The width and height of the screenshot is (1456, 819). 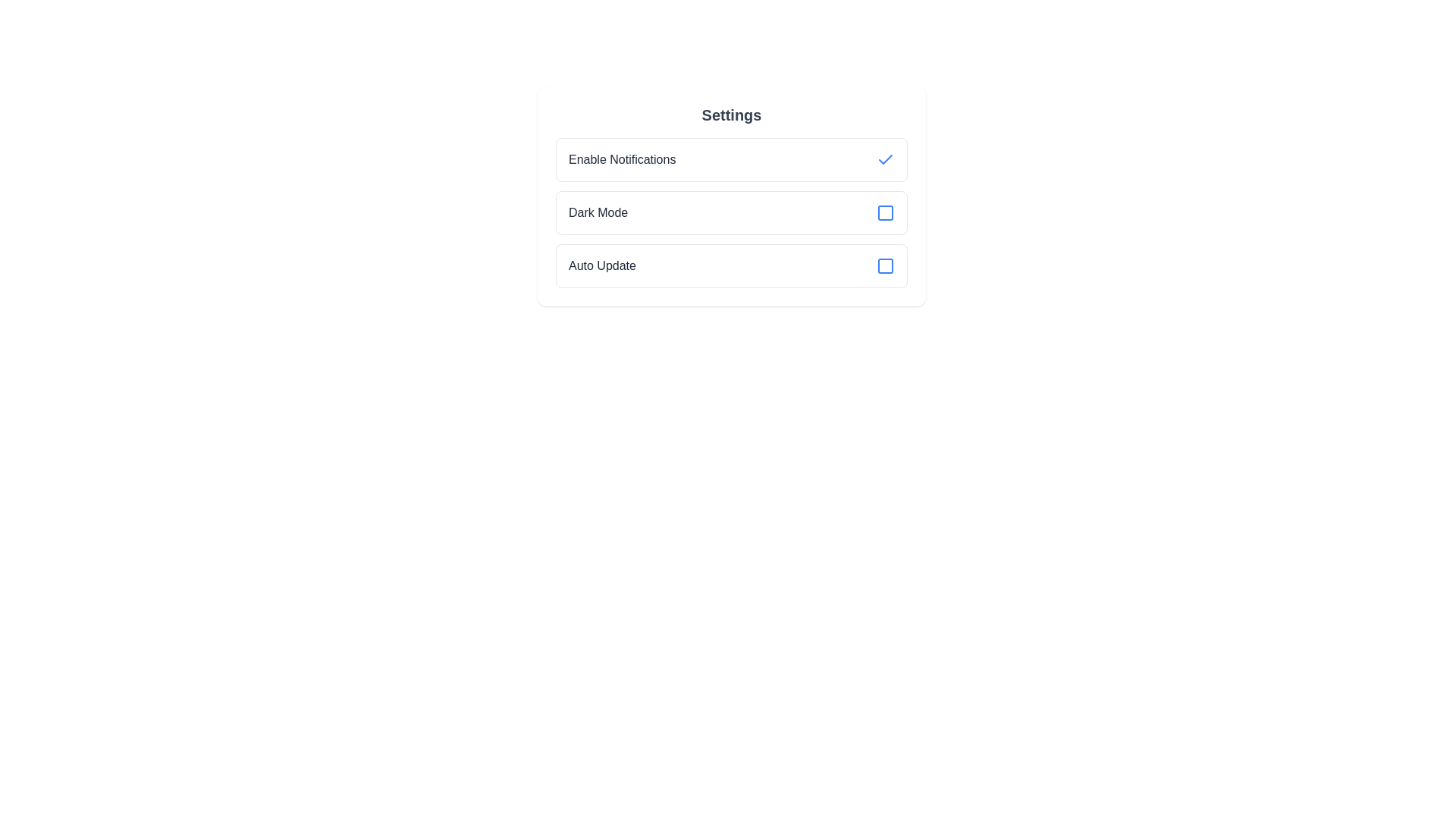 What do you see at coordinates (598, 213) in the screenshot?
I see `the 'Dark Mode' label text in the settings list, which is left-aligned and has a dark gray color with medium font weight` at bounding box center [598, 213].